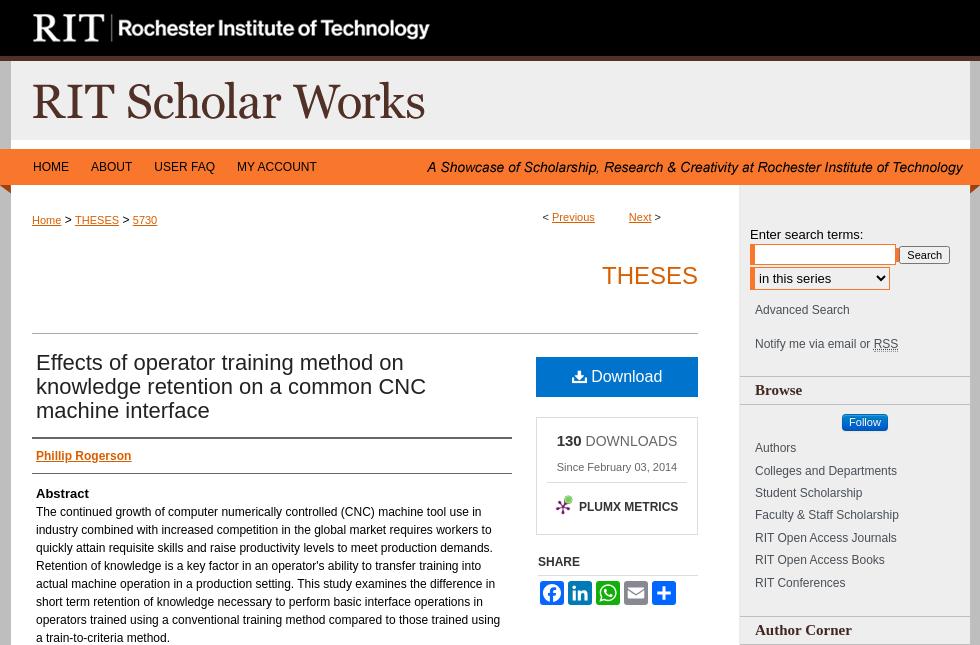  What do you see at coordinates (83, 454) in the screenshot?
I see `'Phillip Rogerson'` at bounding box center [83, 454].